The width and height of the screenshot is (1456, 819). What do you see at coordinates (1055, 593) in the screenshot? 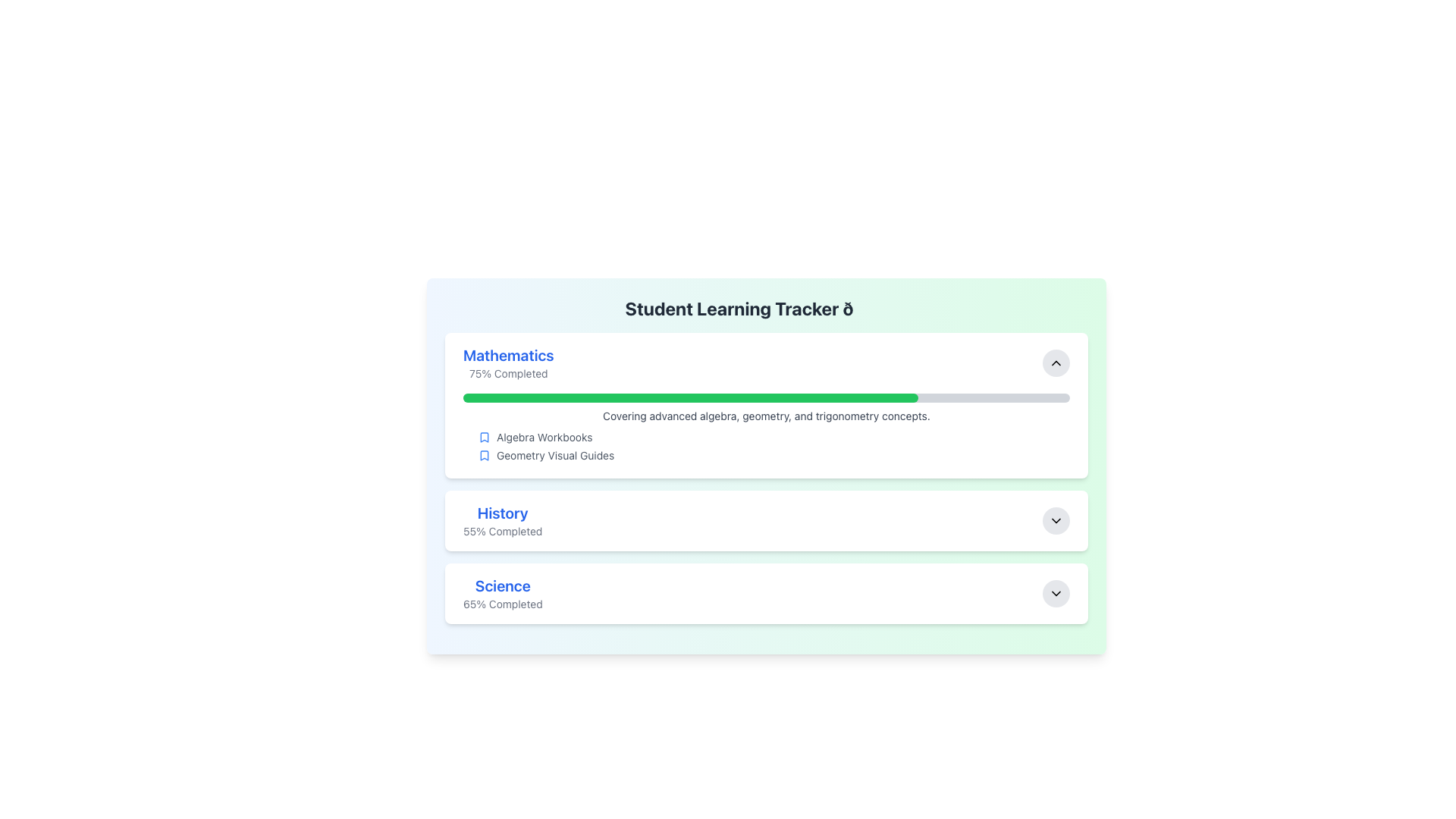
I see `the circular button containing the downward chevron icon in the bottom-right section of the Science progress card` at bounding box center [1055, 593].